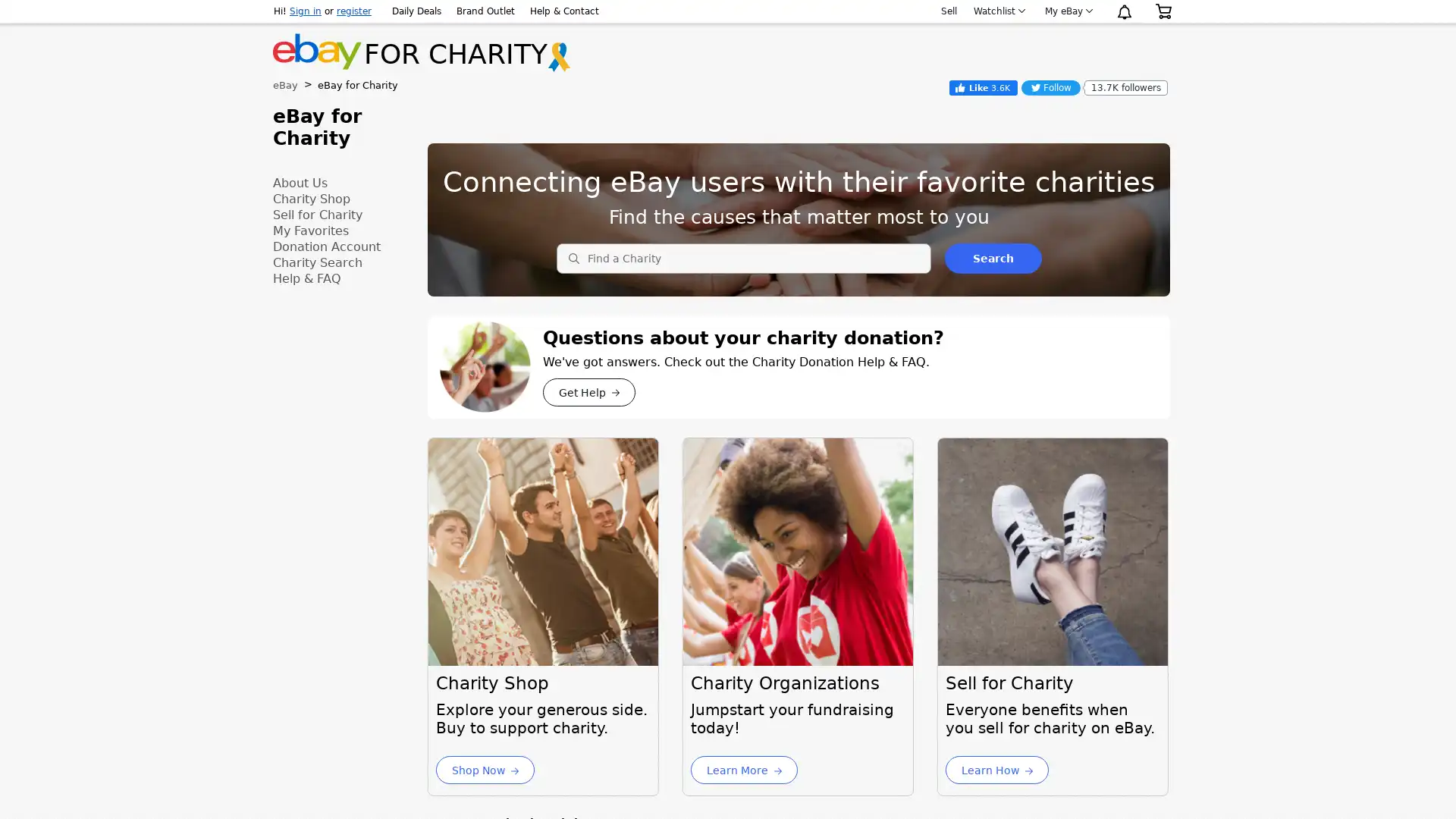  I want to click on Search, so click(993, 257).